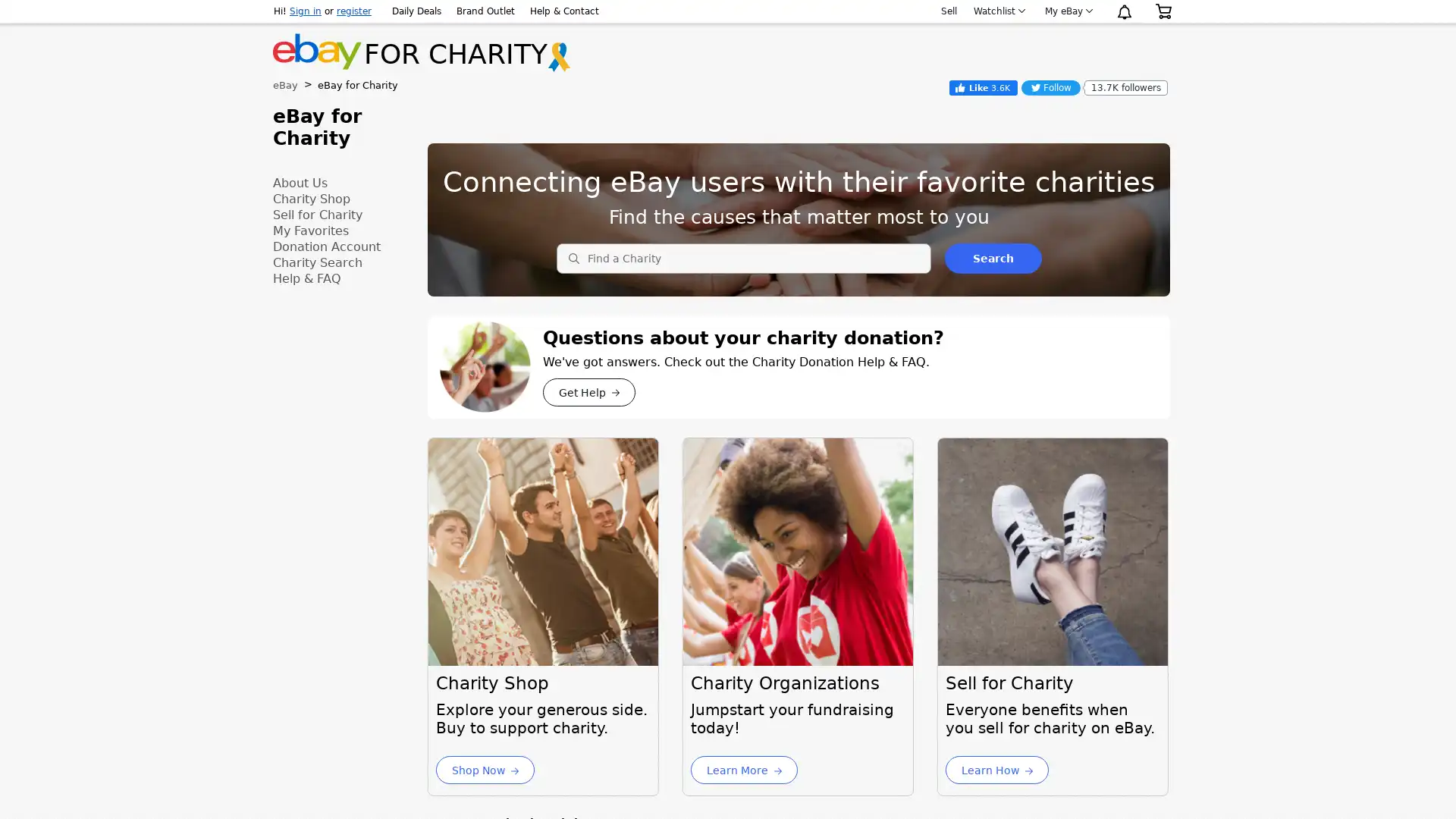  I want to click on Search, so click(993, 257).